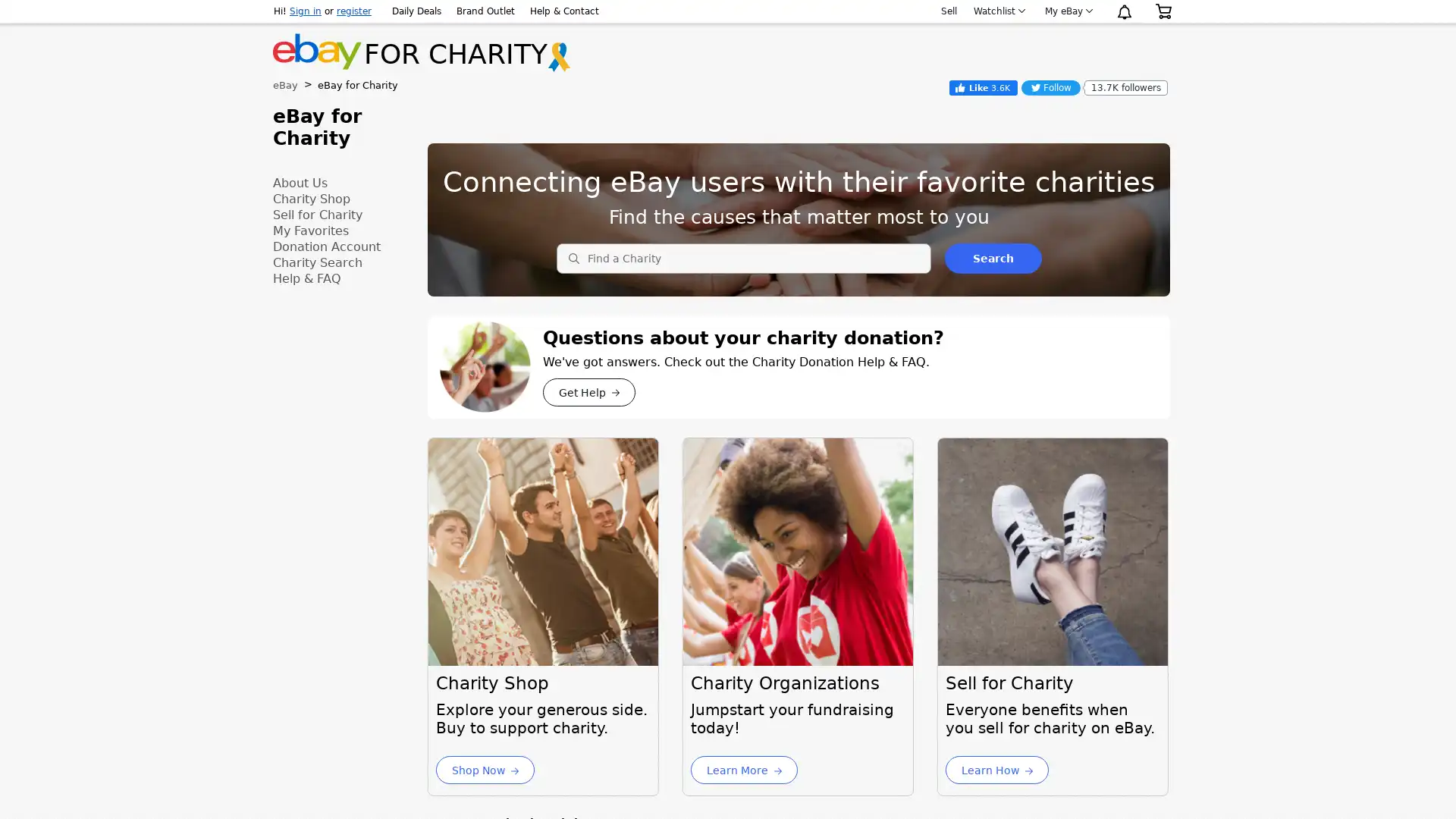  I want to click on Search, so click(993, 257).